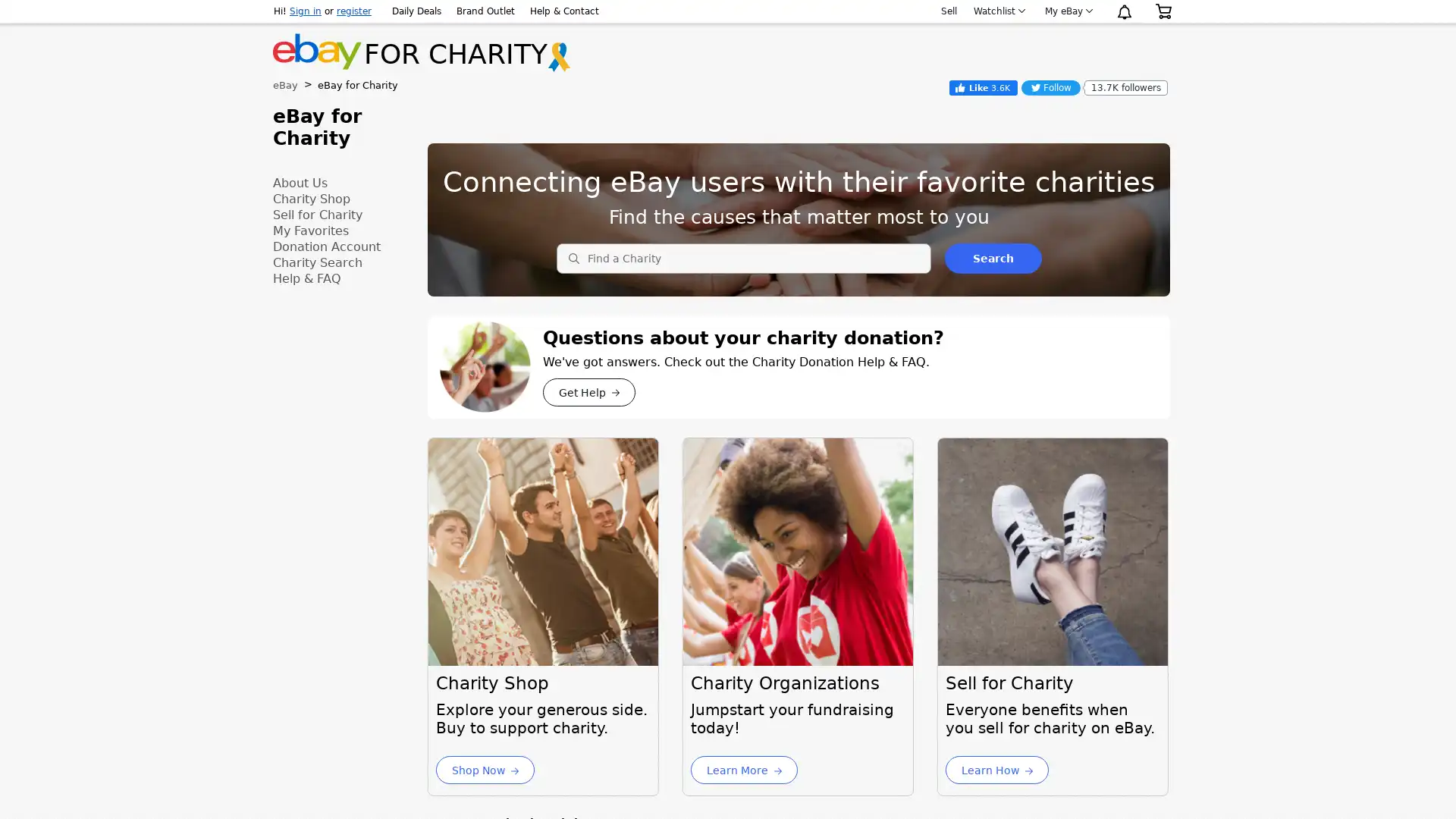  I want to click on Search, so click(993, 257).